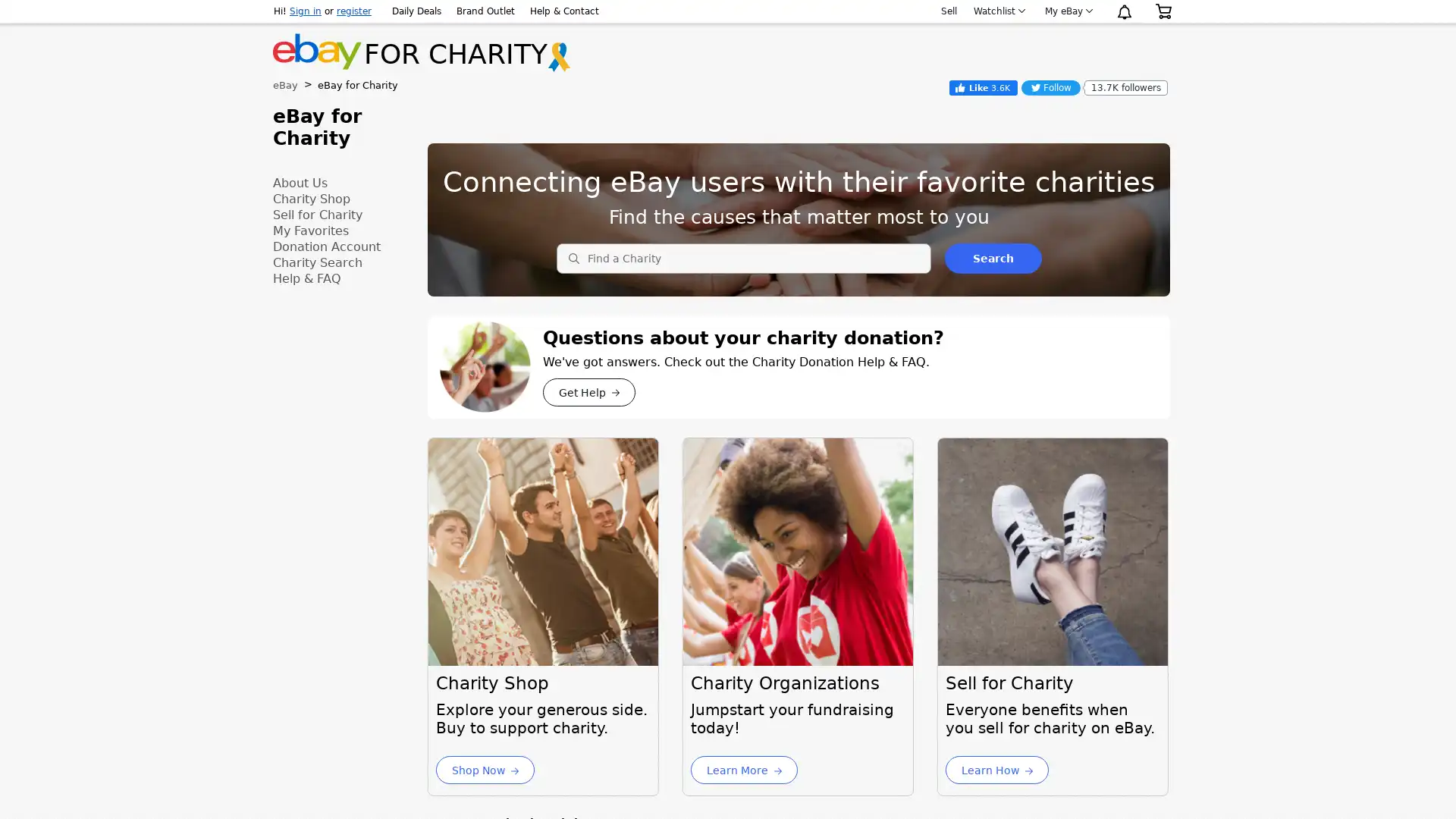  I want to click on Search, so click(993, 257).